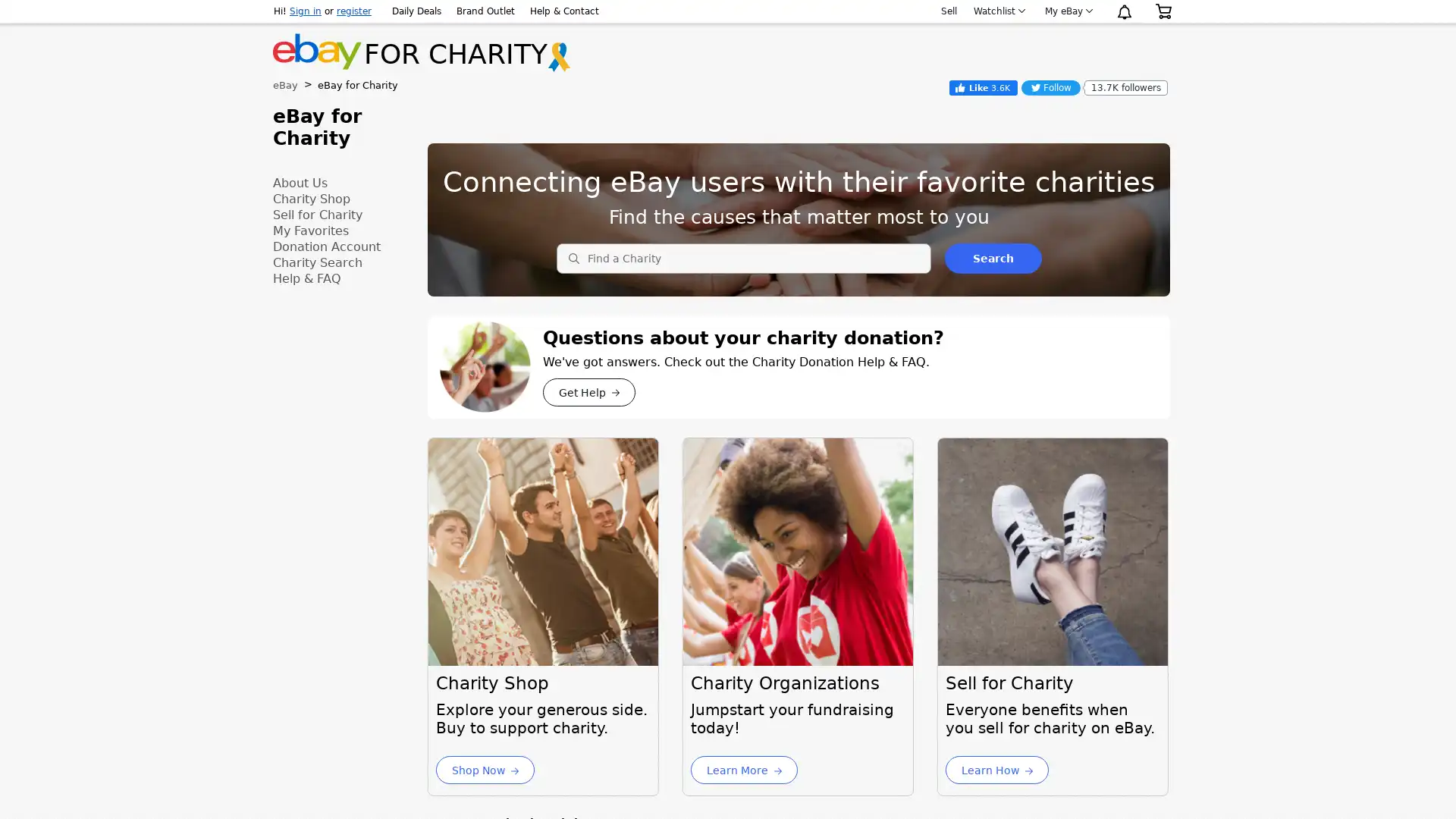  I want to click on Search, so click(993, 257).